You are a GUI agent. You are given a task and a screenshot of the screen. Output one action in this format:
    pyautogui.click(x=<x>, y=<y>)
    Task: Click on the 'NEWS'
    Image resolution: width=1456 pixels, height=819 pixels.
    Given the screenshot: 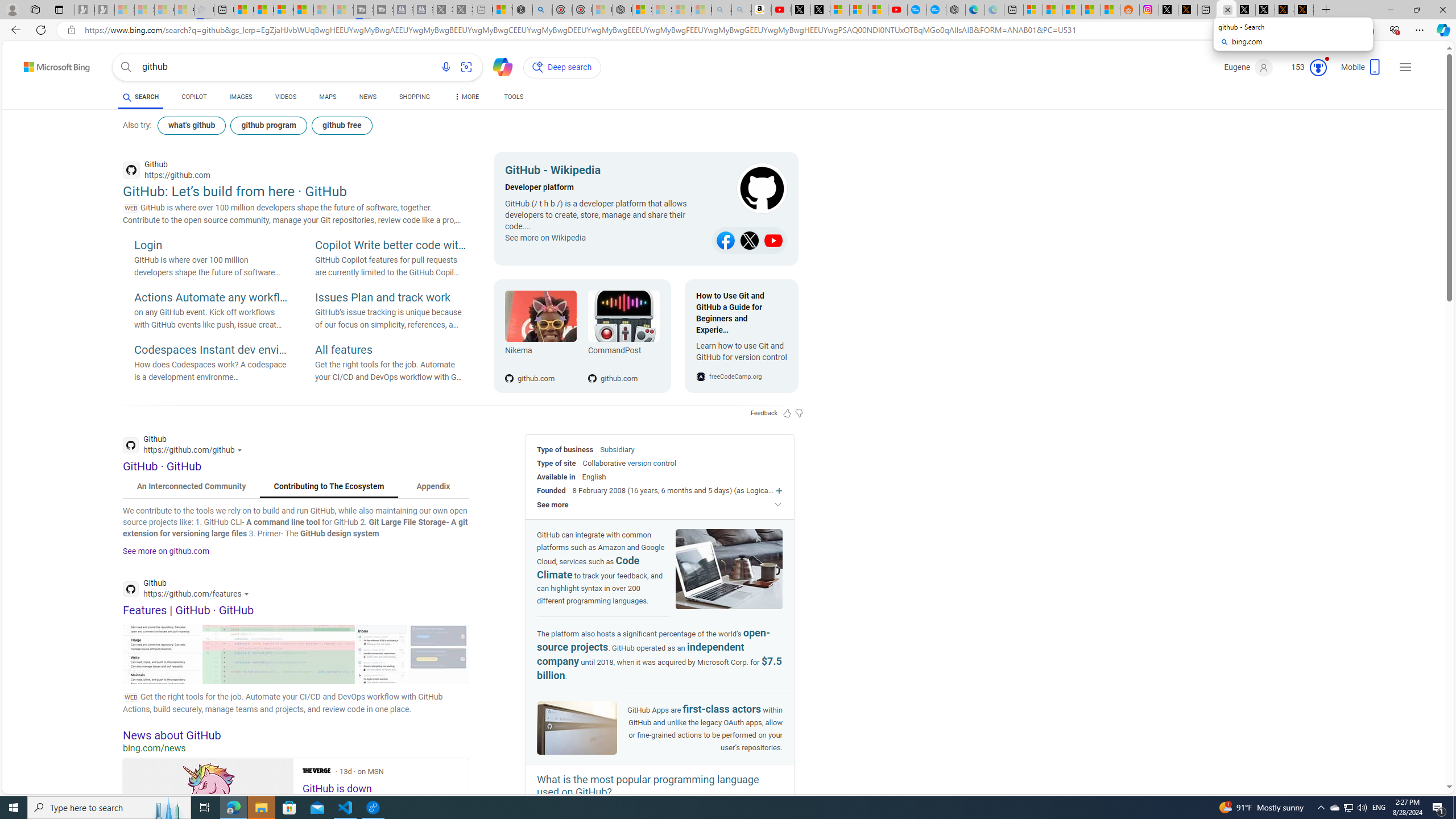 What is the action you would take?
    pyautogui.click(x=367, y=98)
    